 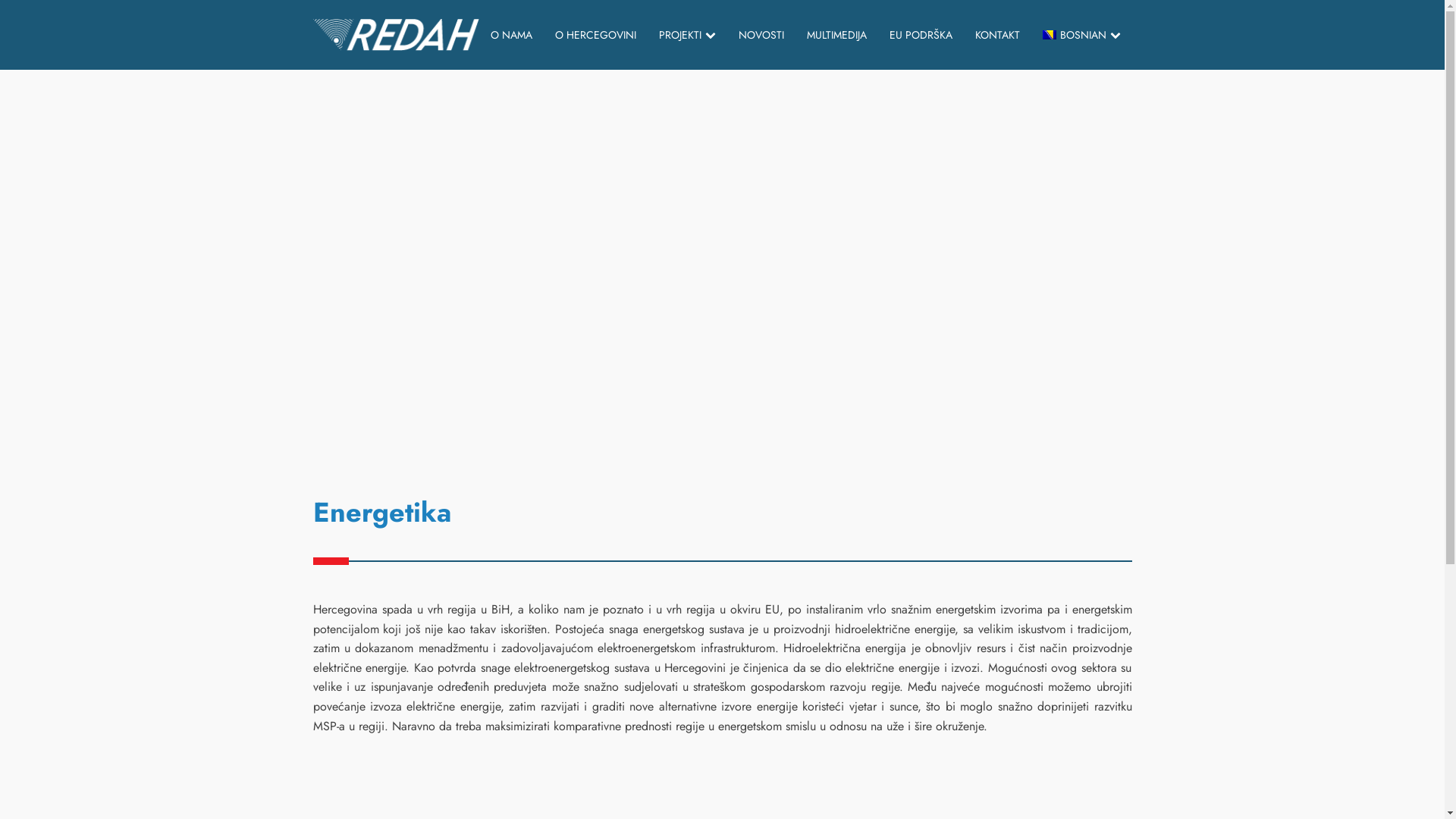 What do you see at coordinates (595, 34) in the screenshot?
I see `'O HERCEGOVINI'` at bounding box center [595, 34].